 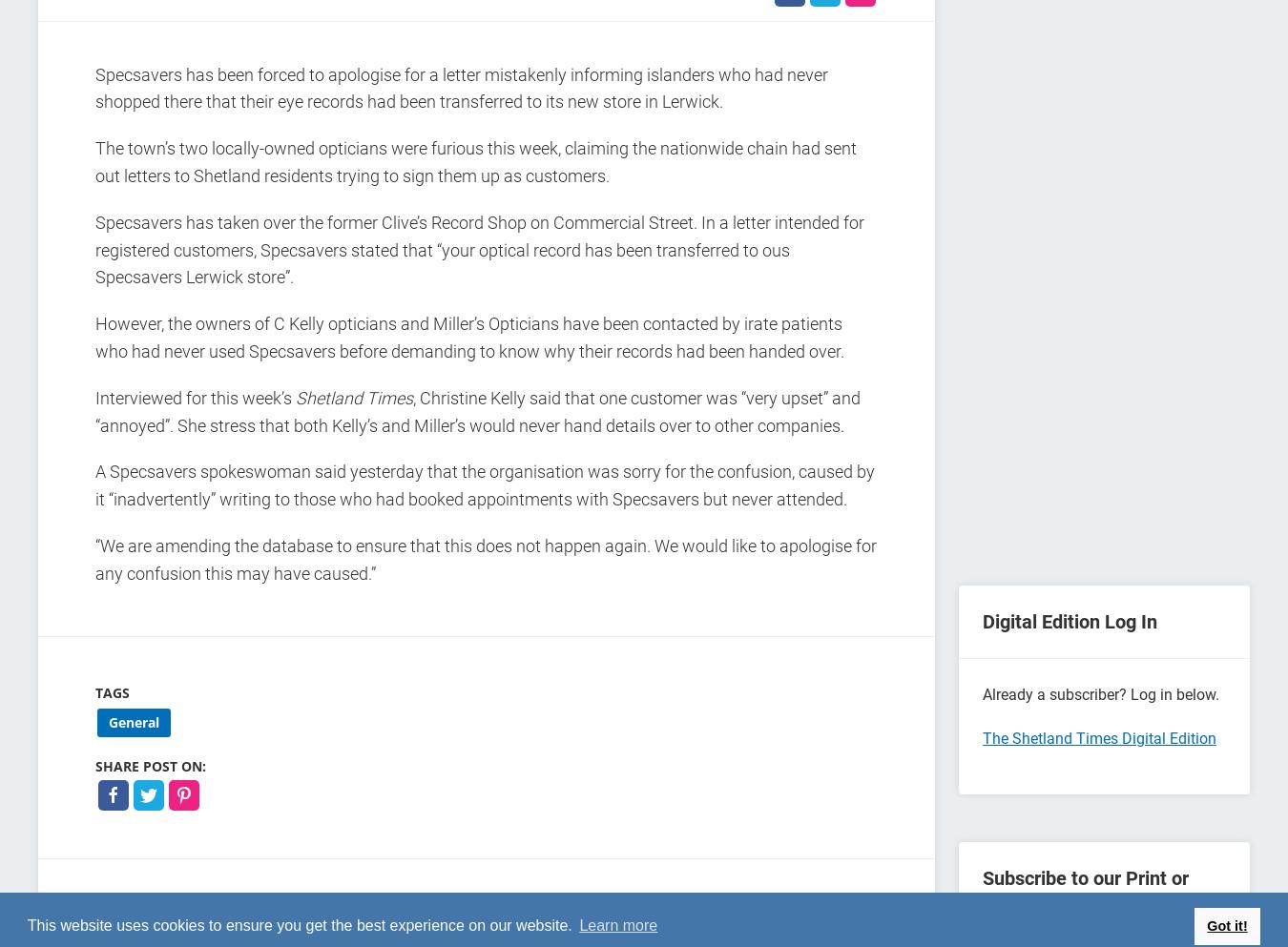 I want to click on ', Christine Kelly said that one customer was “very upset” and “annoyed”. She stress that both Kelly’s and Miller’s would never hand details over to other companies.', so click(x=94, y=410).